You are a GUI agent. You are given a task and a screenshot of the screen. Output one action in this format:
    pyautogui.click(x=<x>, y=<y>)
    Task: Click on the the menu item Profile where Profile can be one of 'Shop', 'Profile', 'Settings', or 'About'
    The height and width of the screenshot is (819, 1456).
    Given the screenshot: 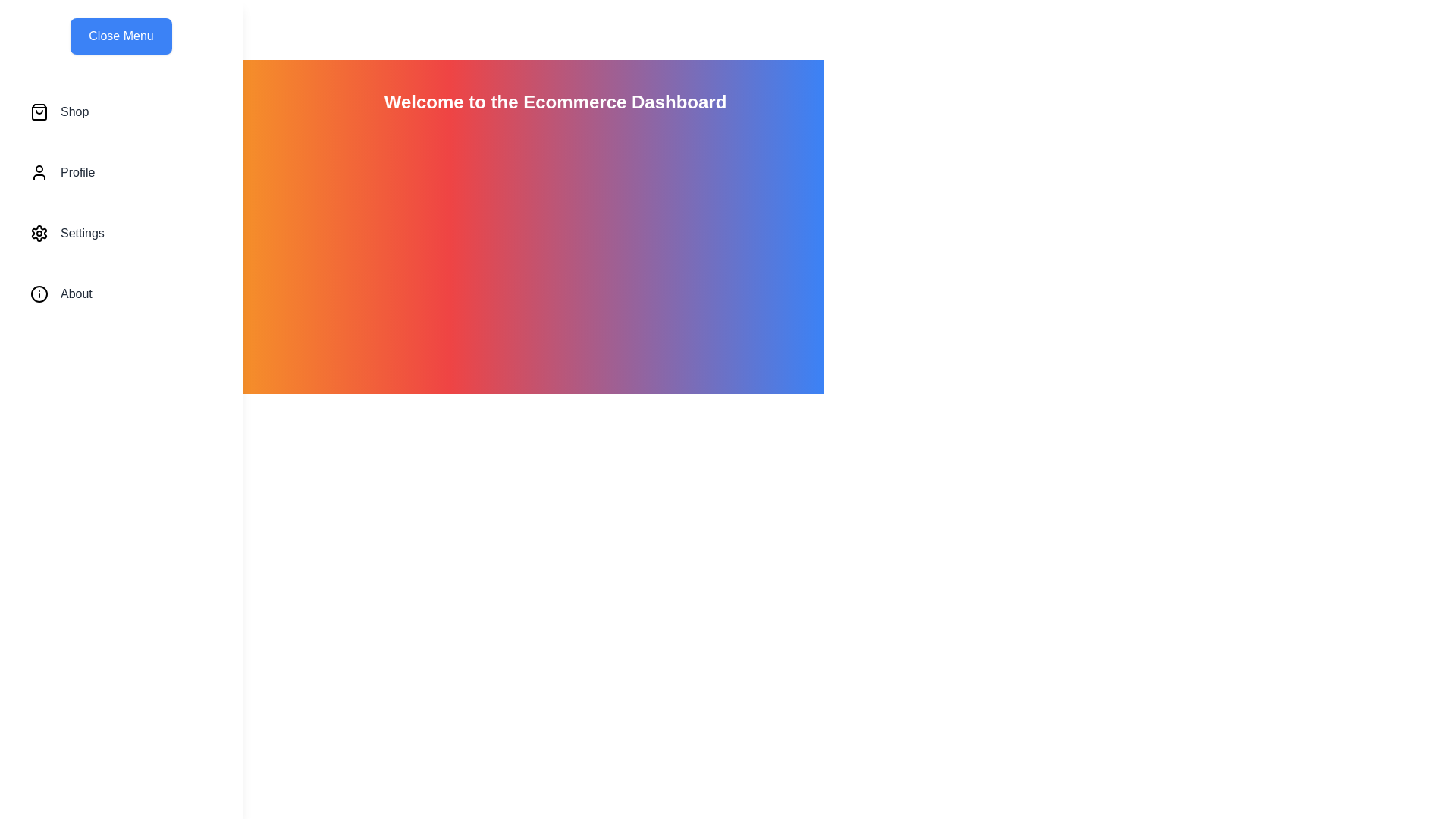 What is the action you would take?
    pyautogui.click(x=120, y=171)
    